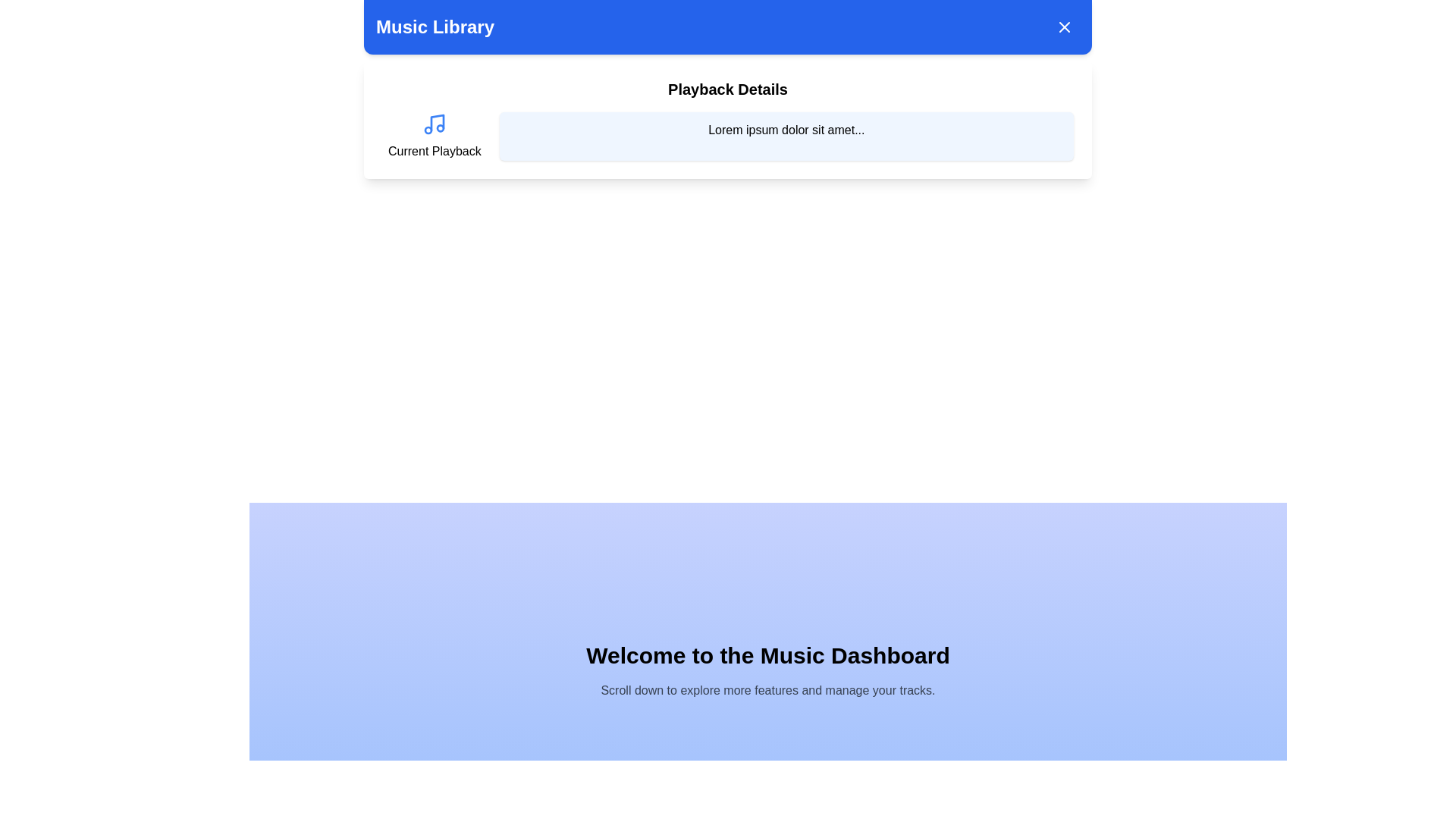 The width and height of the screenshot is (1456, 819). Describe the element at coordinates (1063, 27) in the screenshot. I see `the close or dismiss action icon located at the top-right corner of the 'Music Library' header section` at that location.